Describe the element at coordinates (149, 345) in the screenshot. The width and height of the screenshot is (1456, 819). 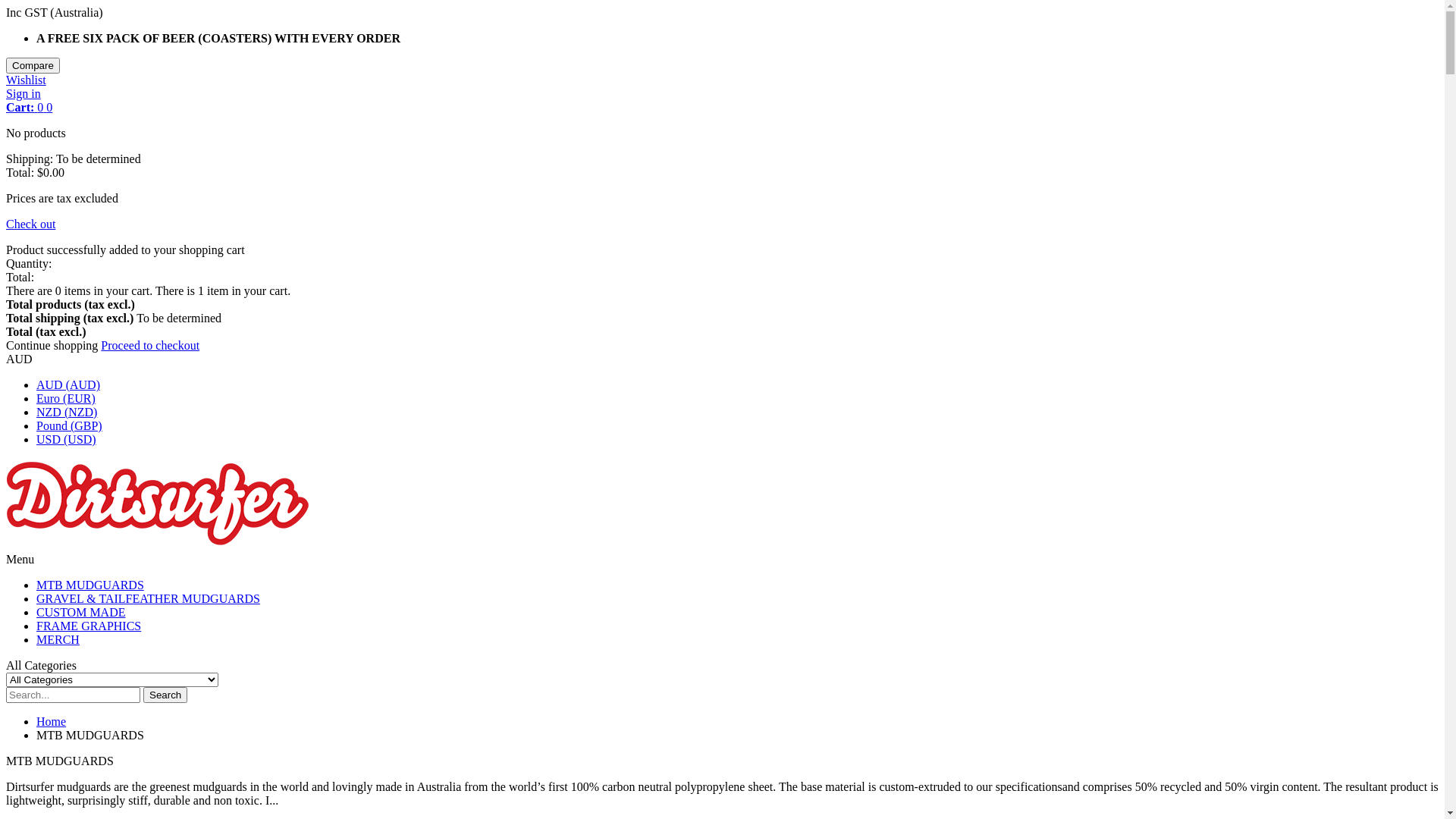
I see `'Proceed to checkout'` at that location.